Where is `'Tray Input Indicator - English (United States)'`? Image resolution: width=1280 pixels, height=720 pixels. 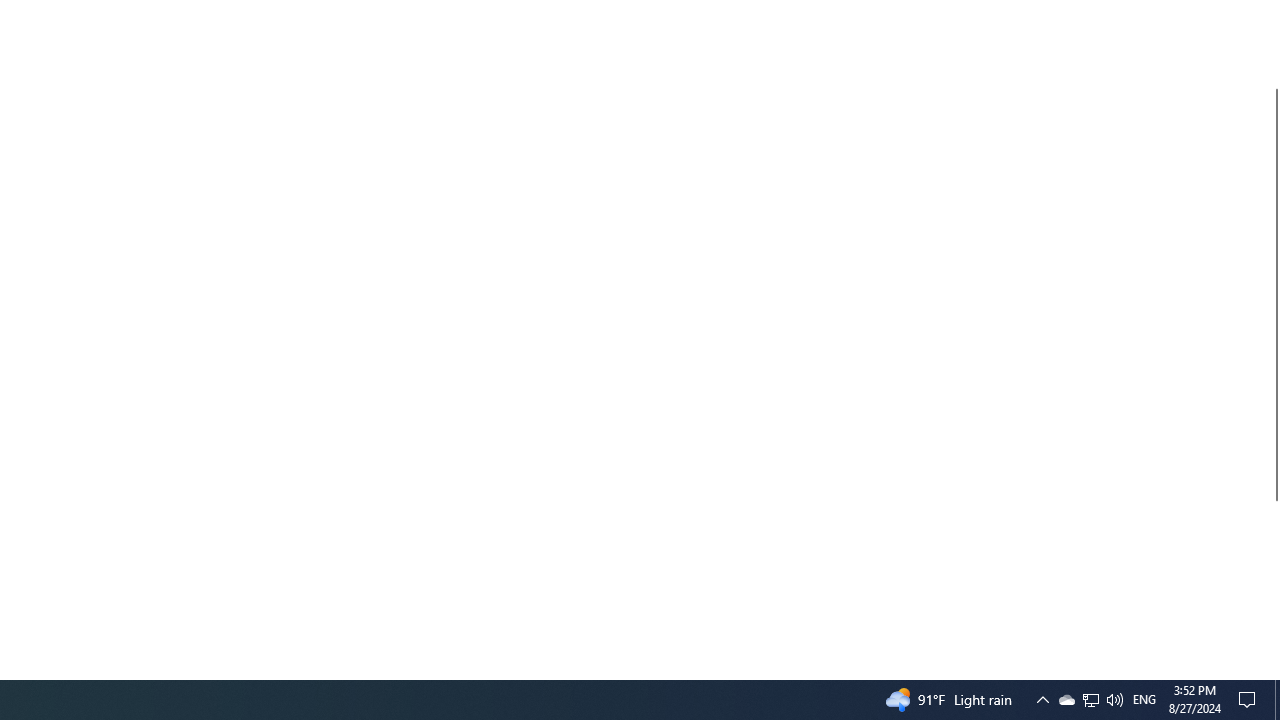
'Tray Input Indicator - English (United States)' is located at coordinates (1144, 698).